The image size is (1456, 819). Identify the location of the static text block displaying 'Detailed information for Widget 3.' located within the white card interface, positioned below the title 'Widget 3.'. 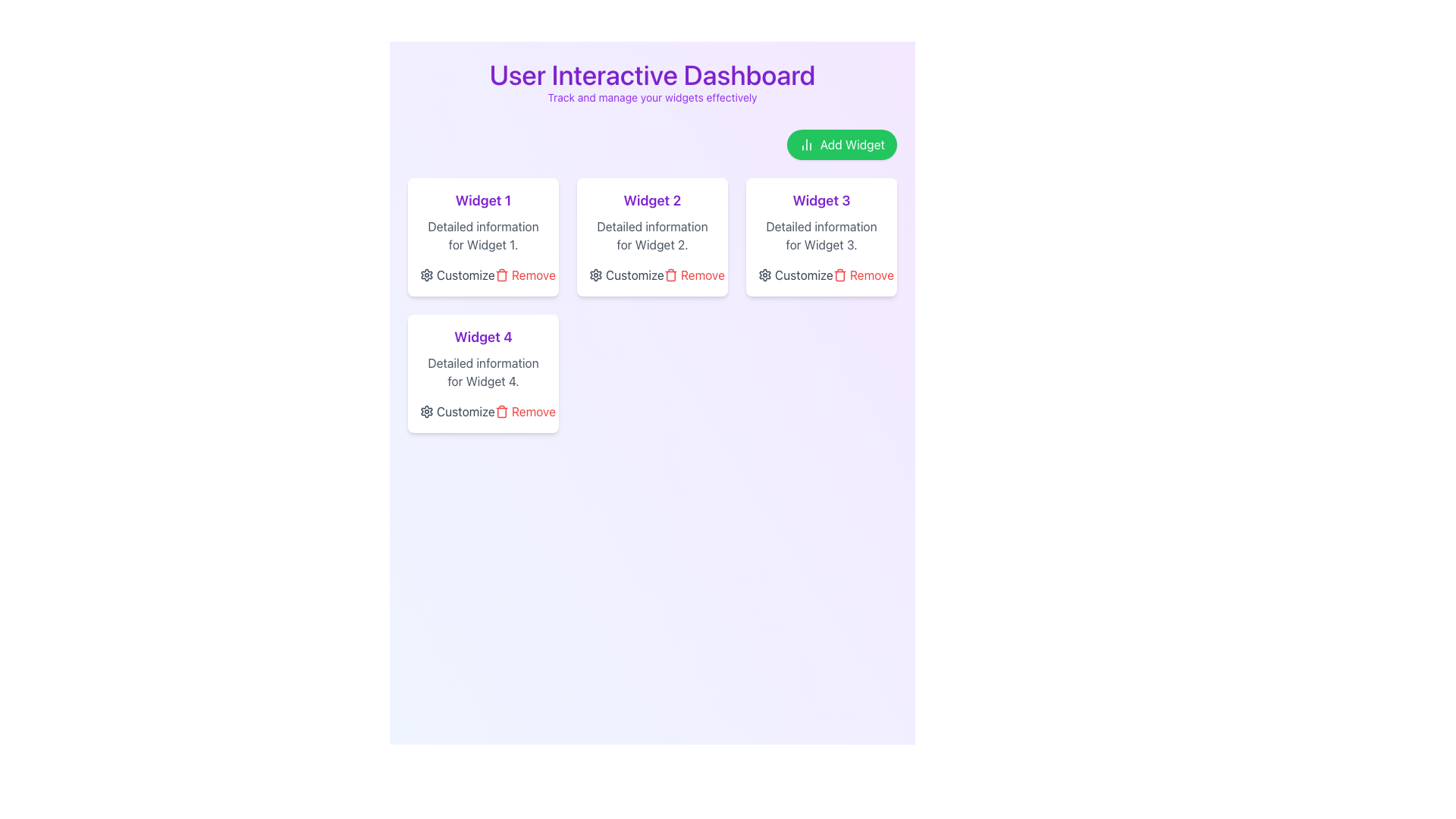
(821, 236).